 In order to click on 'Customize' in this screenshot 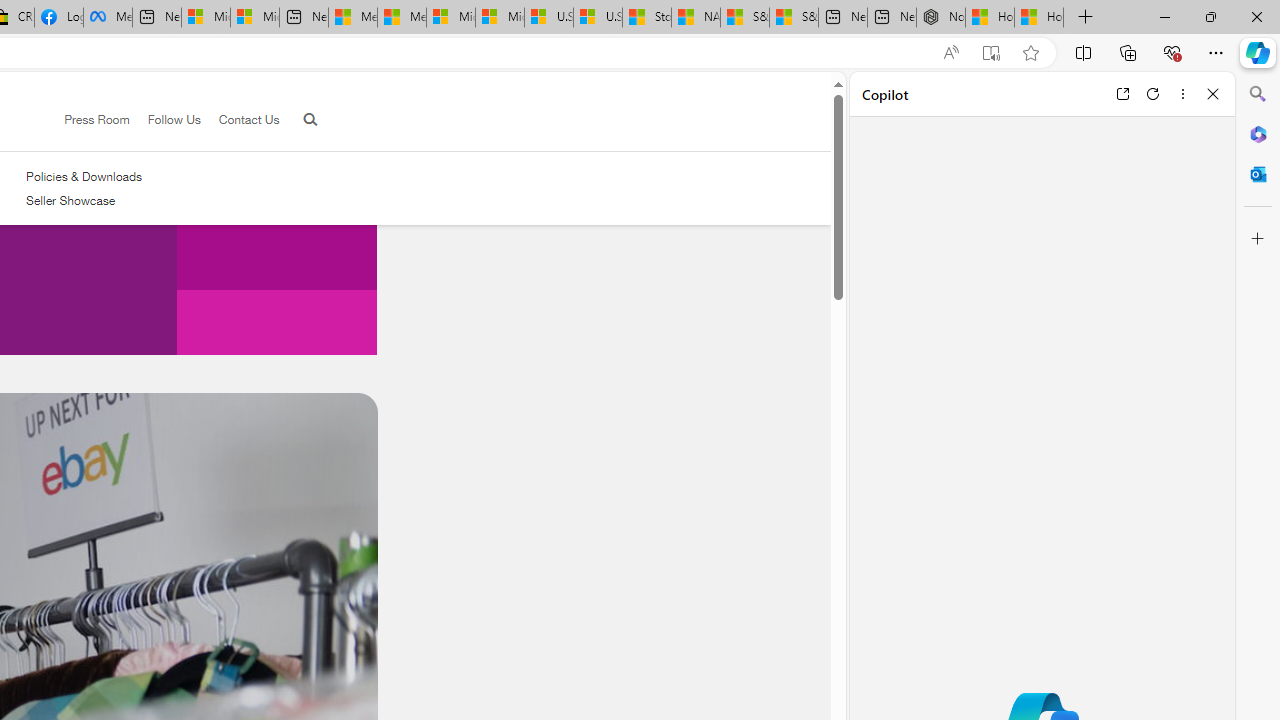, I will do `click(1257, 238)`.